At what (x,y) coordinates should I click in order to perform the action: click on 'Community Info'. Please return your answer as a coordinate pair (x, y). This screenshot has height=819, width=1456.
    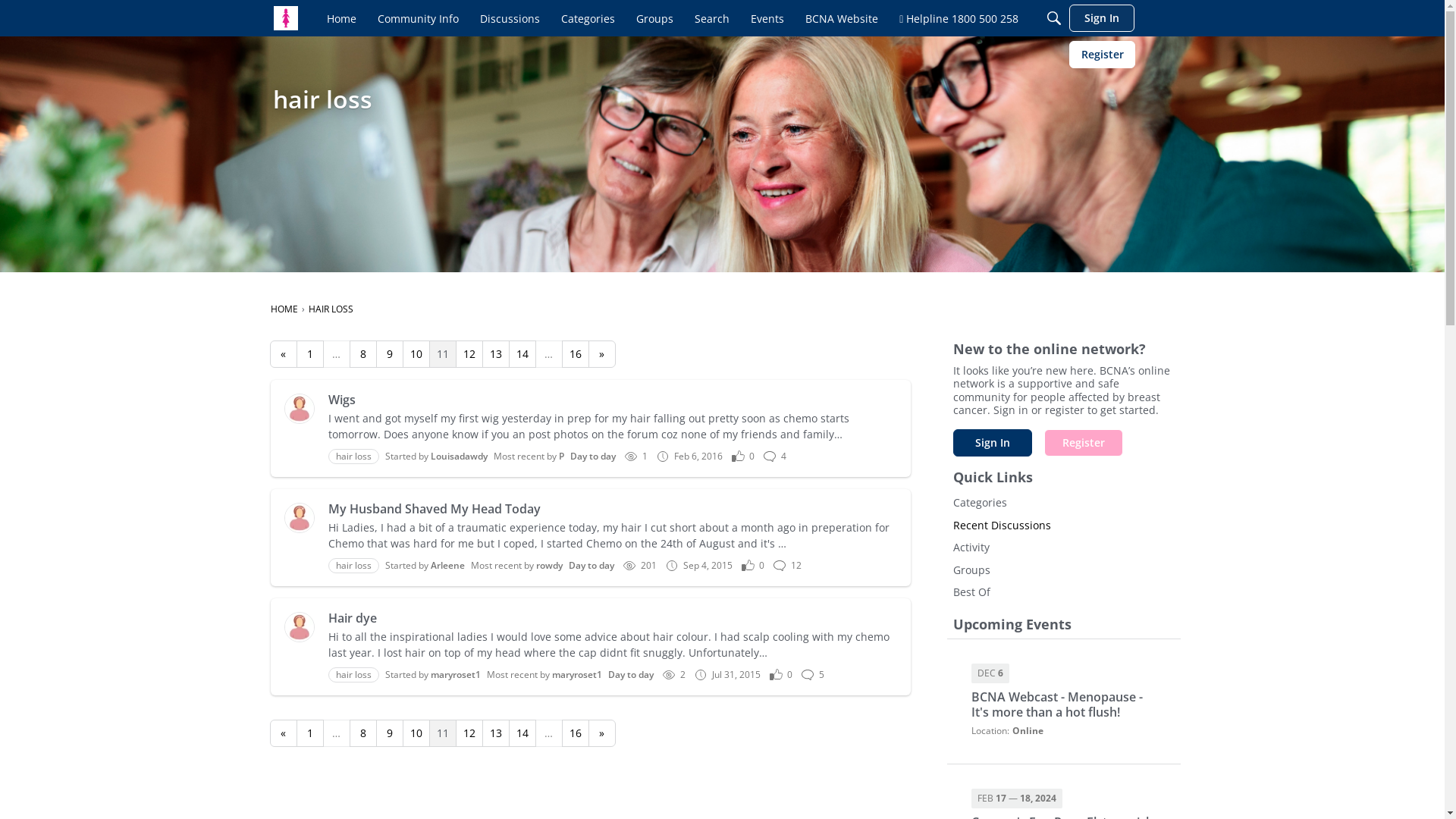
    Looking at the image, I should click on (418, 17).